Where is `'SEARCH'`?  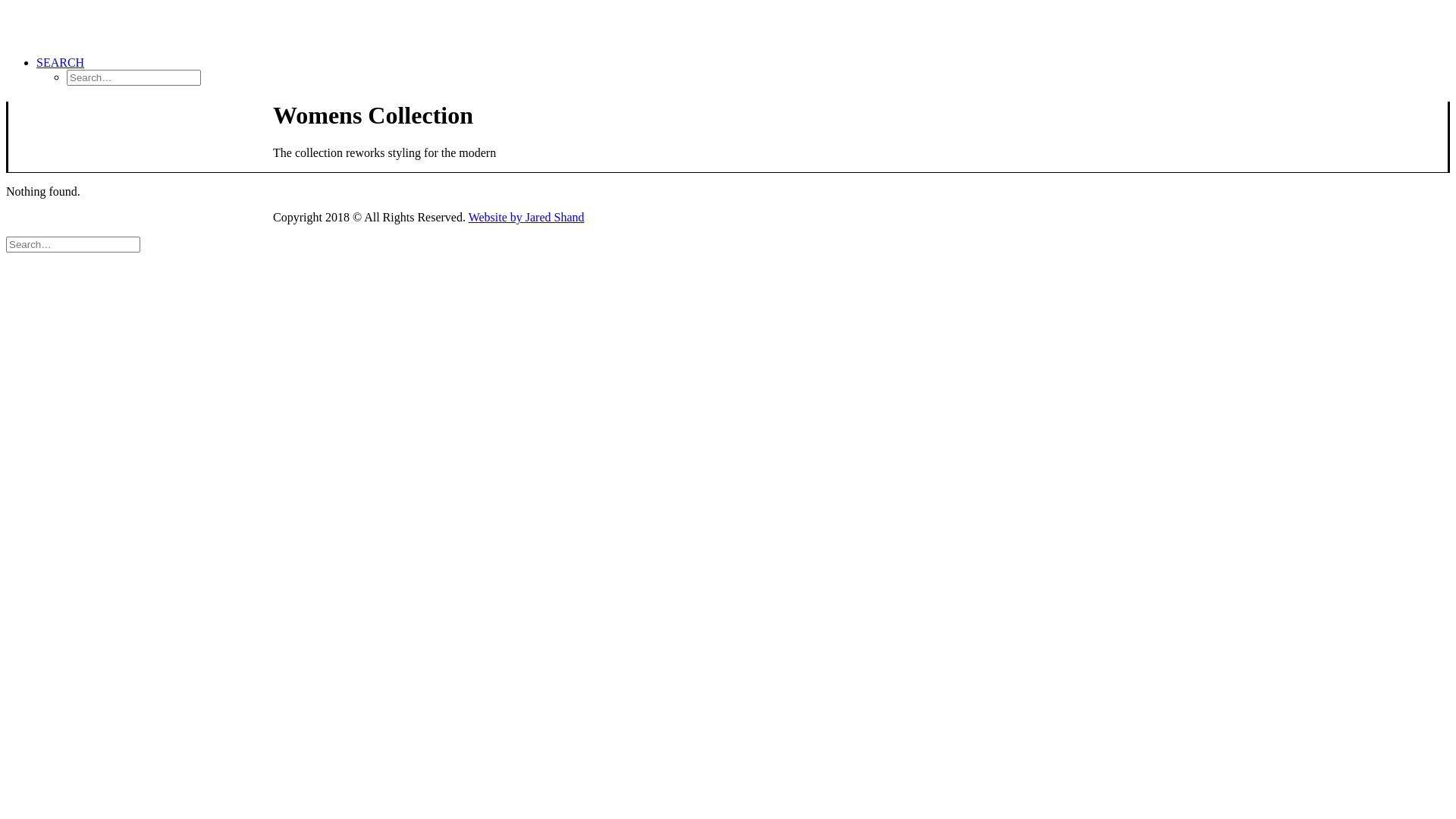 'SEARCH' is located at coordinates (60, 61).